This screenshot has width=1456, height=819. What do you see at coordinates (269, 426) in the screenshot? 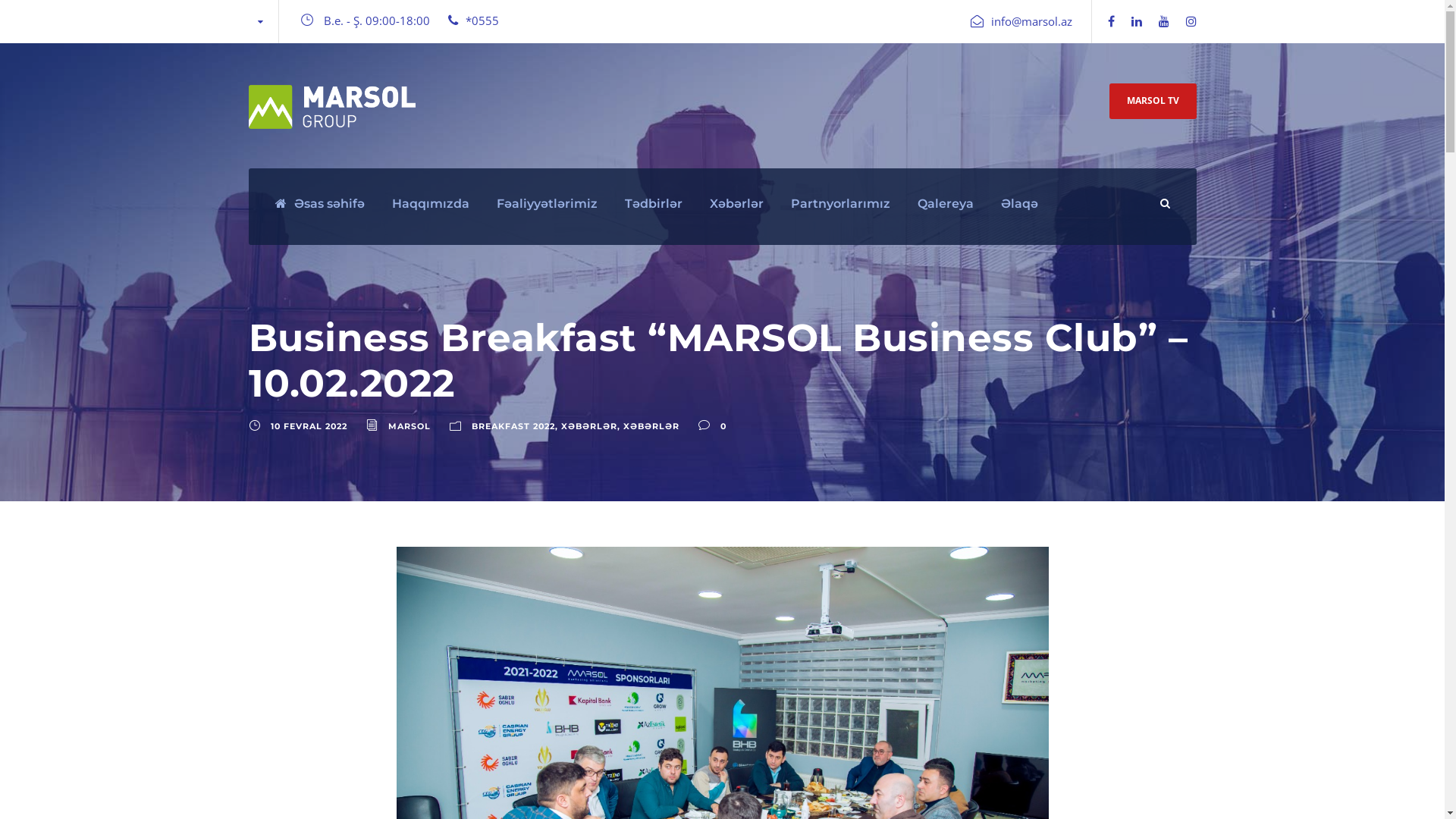
I see `'10 FEVRAL 2022'` at bounding box center [269, 426].